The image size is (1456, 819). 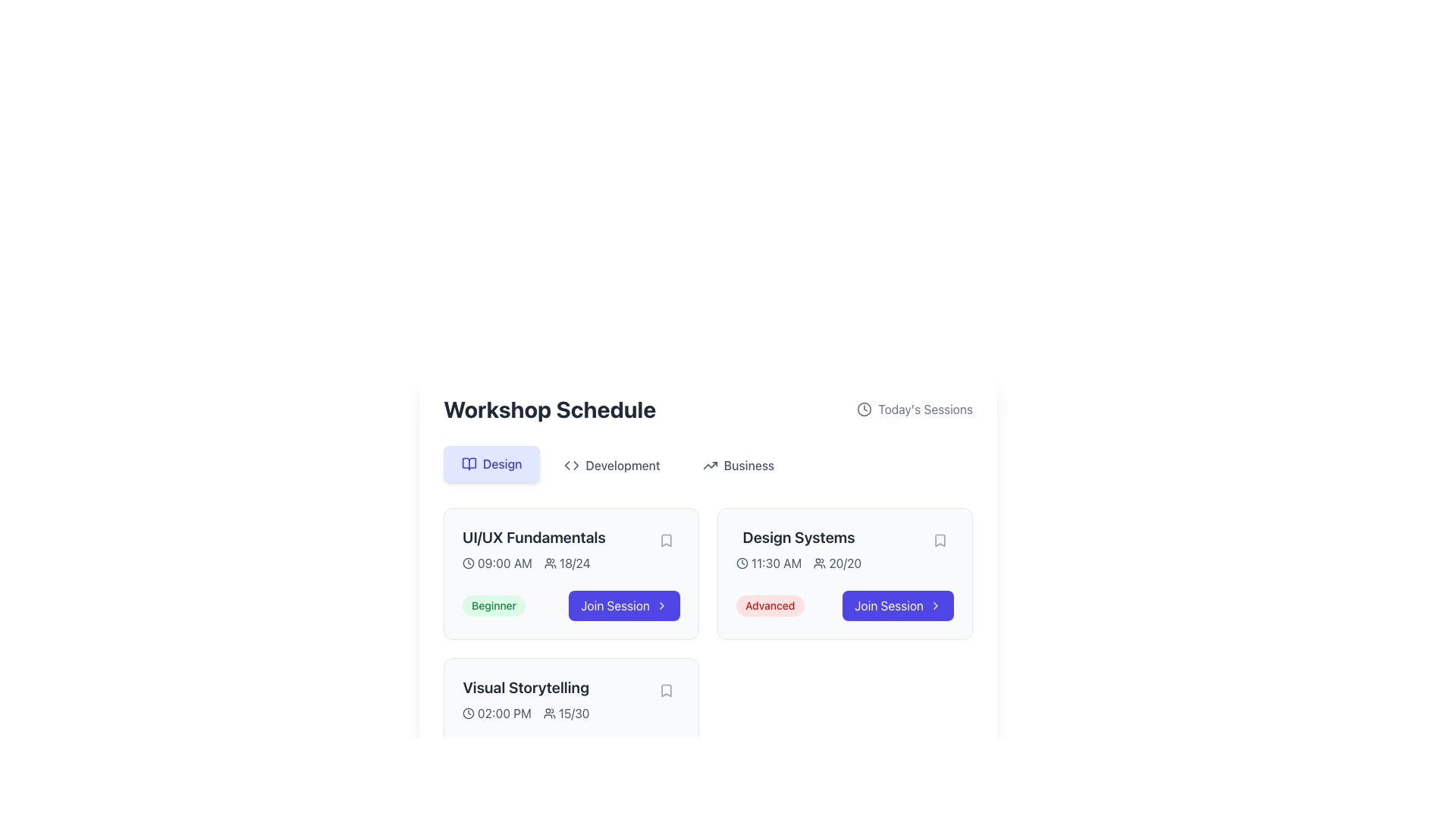 I want to click on text label indicating the current sessions or schedule located to the right of the clock icon at the top-right section of the interface, so click(x=924, y=409).